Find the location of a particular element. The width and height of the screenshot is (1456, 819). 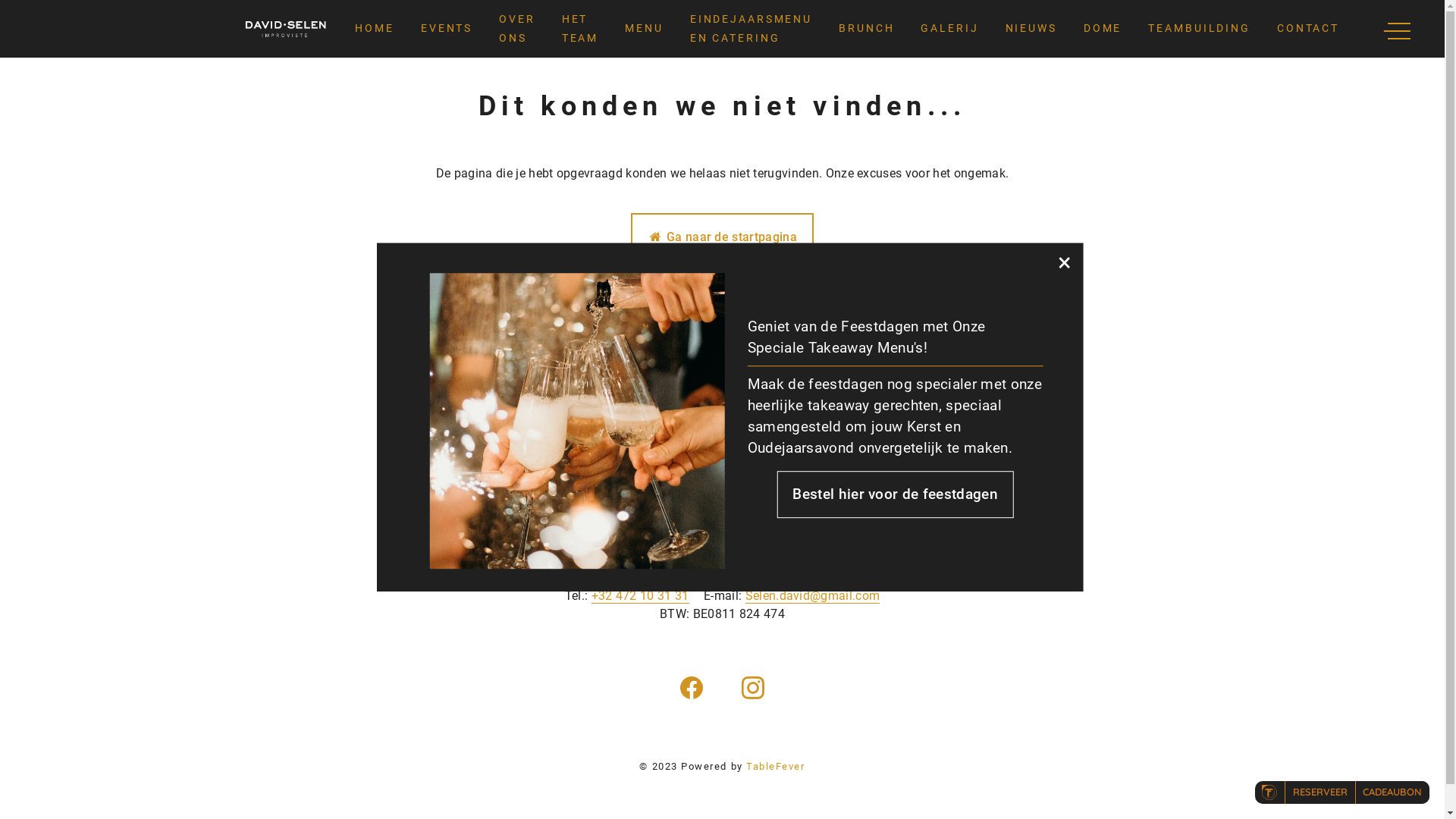

'MENU' is located at coordinates (644, 29).